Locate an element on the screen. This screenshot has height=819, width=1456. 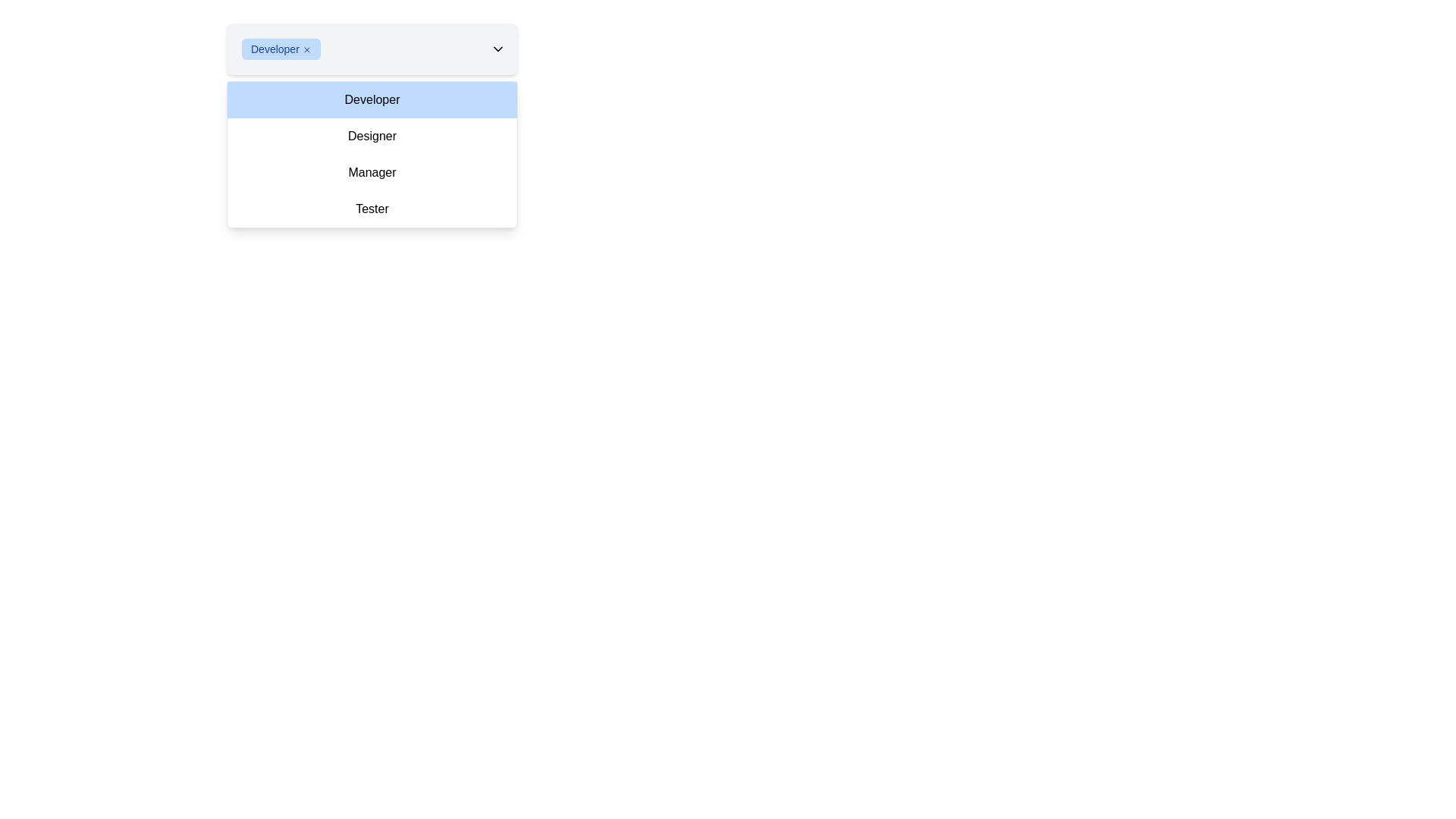
the fourth option in the dropdown menu, which sets the context to 'Tester' is located at coordinates (372, 209).